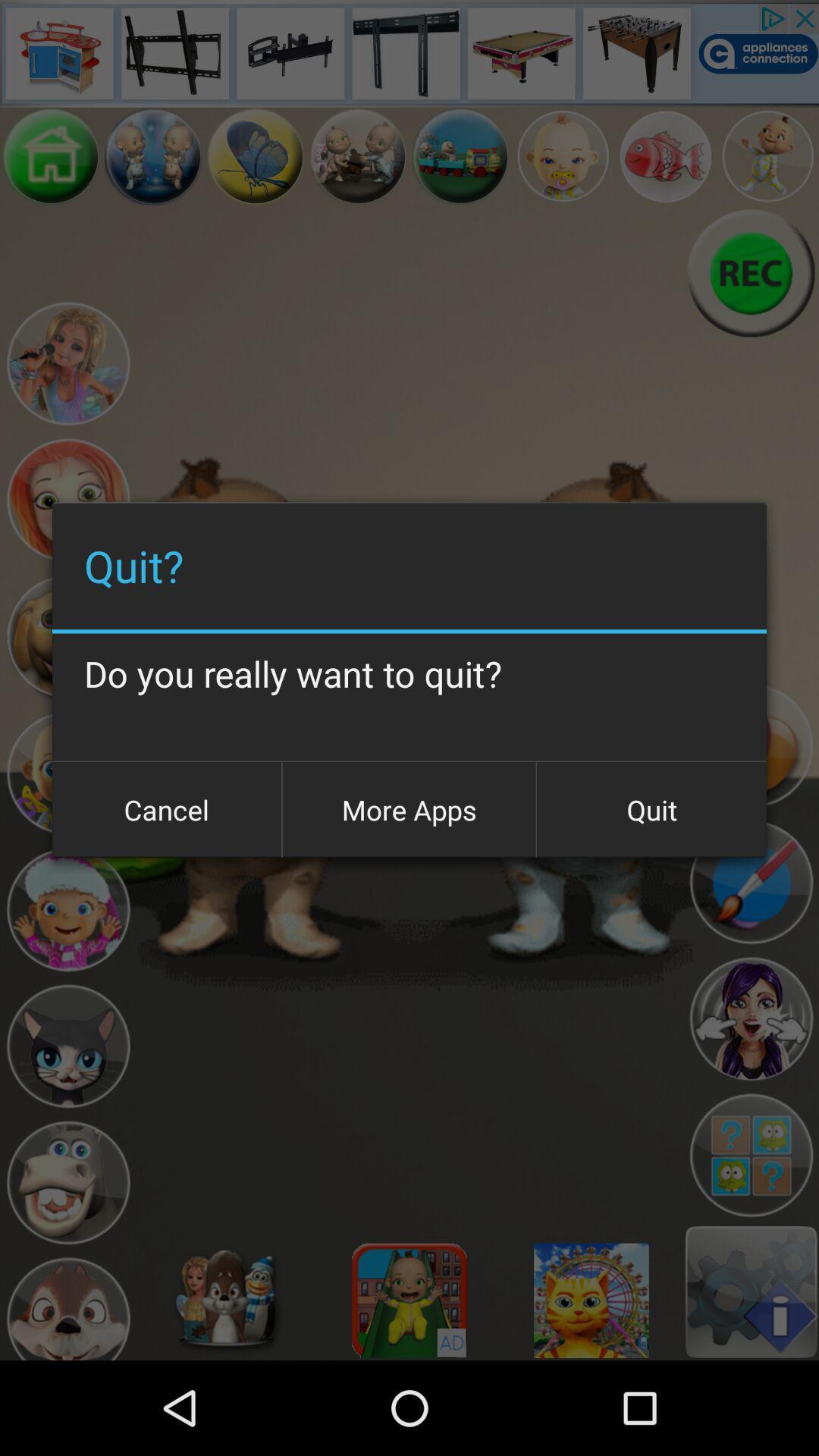  What do you see at coordinates (751, 1154) in the screenshot?
I see `logo` at bounding box center [751, 1154].